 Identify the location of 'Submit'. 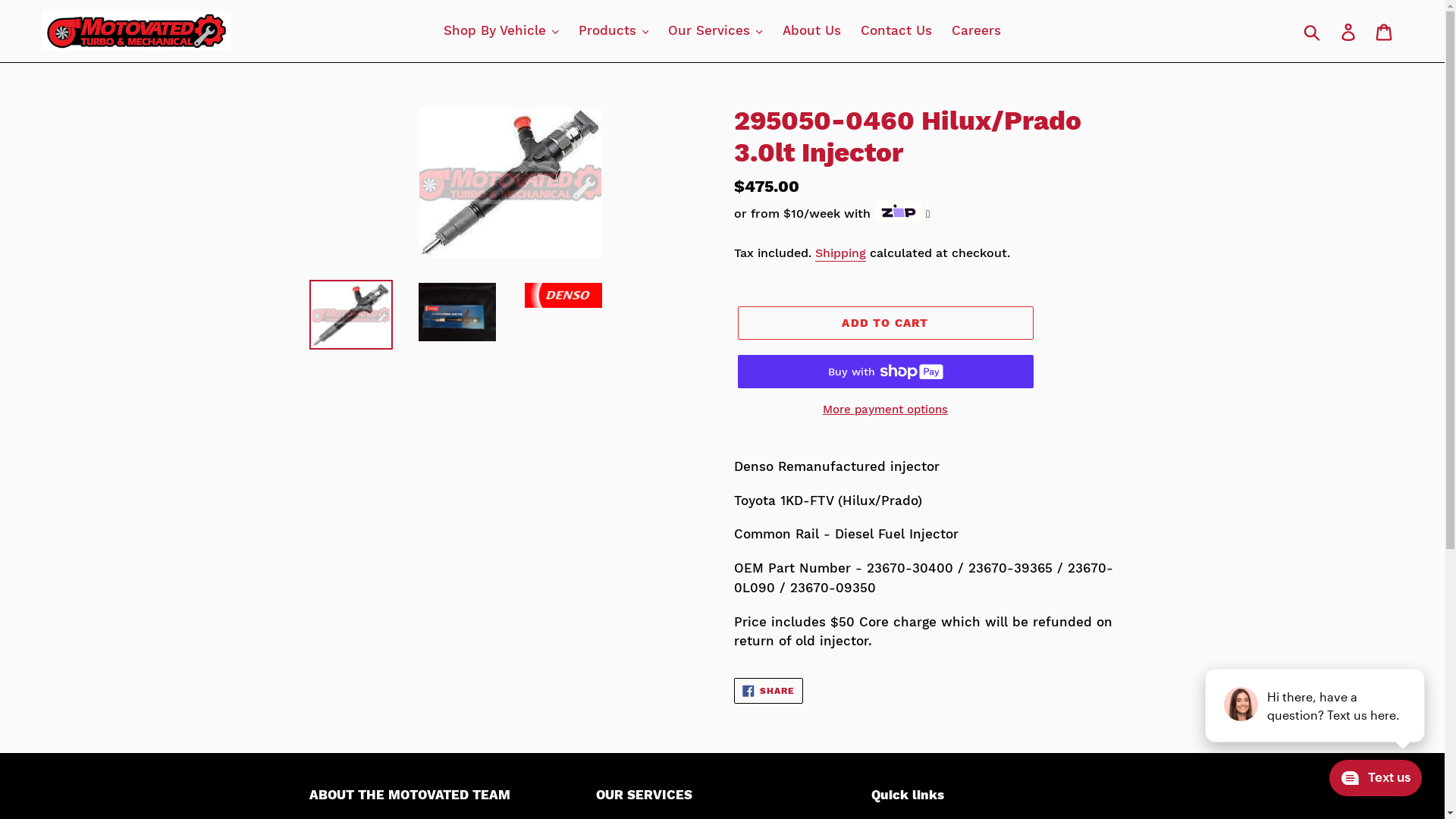
(1312, 31).